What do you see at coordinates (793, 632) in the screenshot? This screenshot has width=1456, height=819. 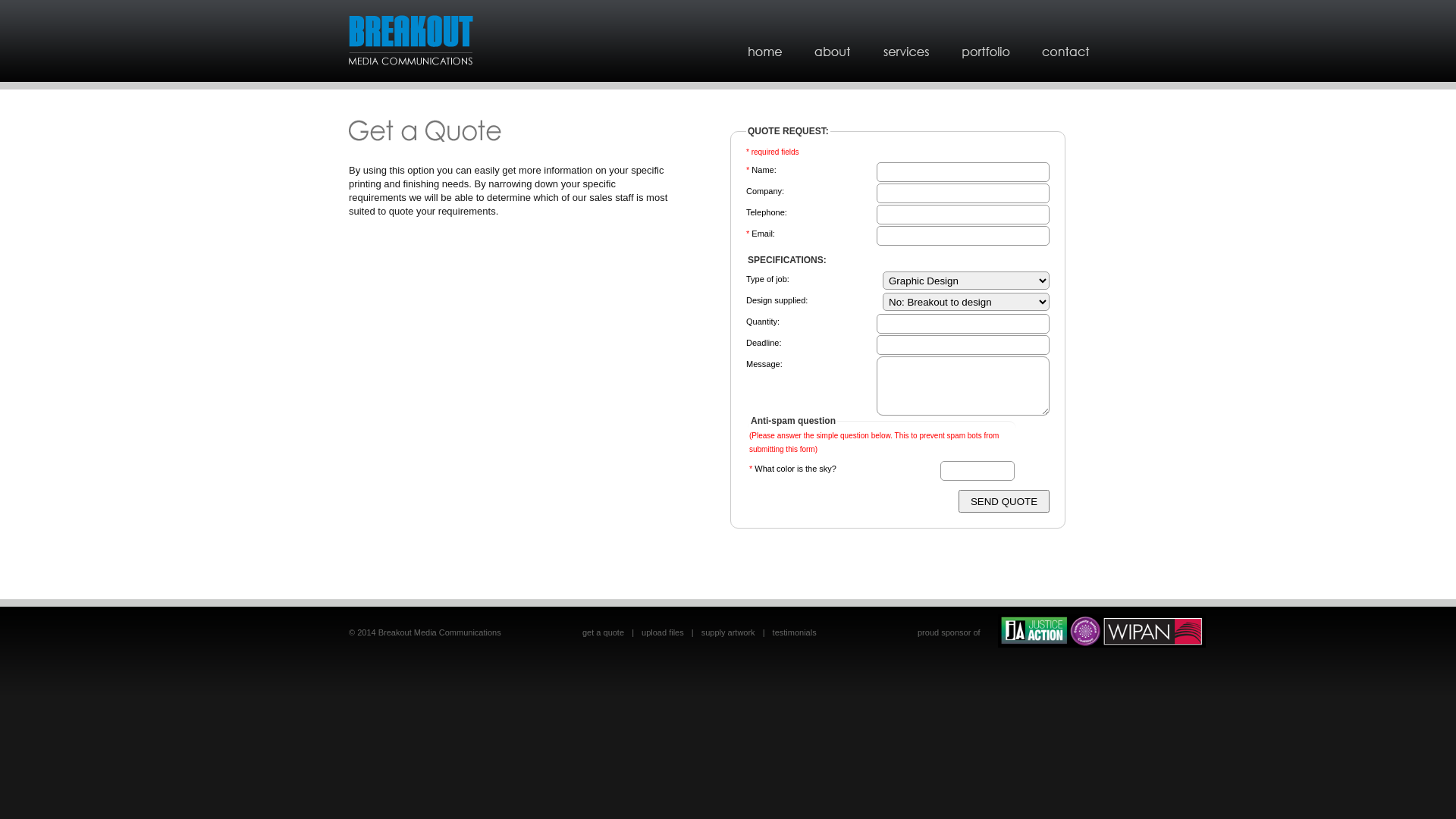 I see `'testimonials'` at bounding box center [793, 632].